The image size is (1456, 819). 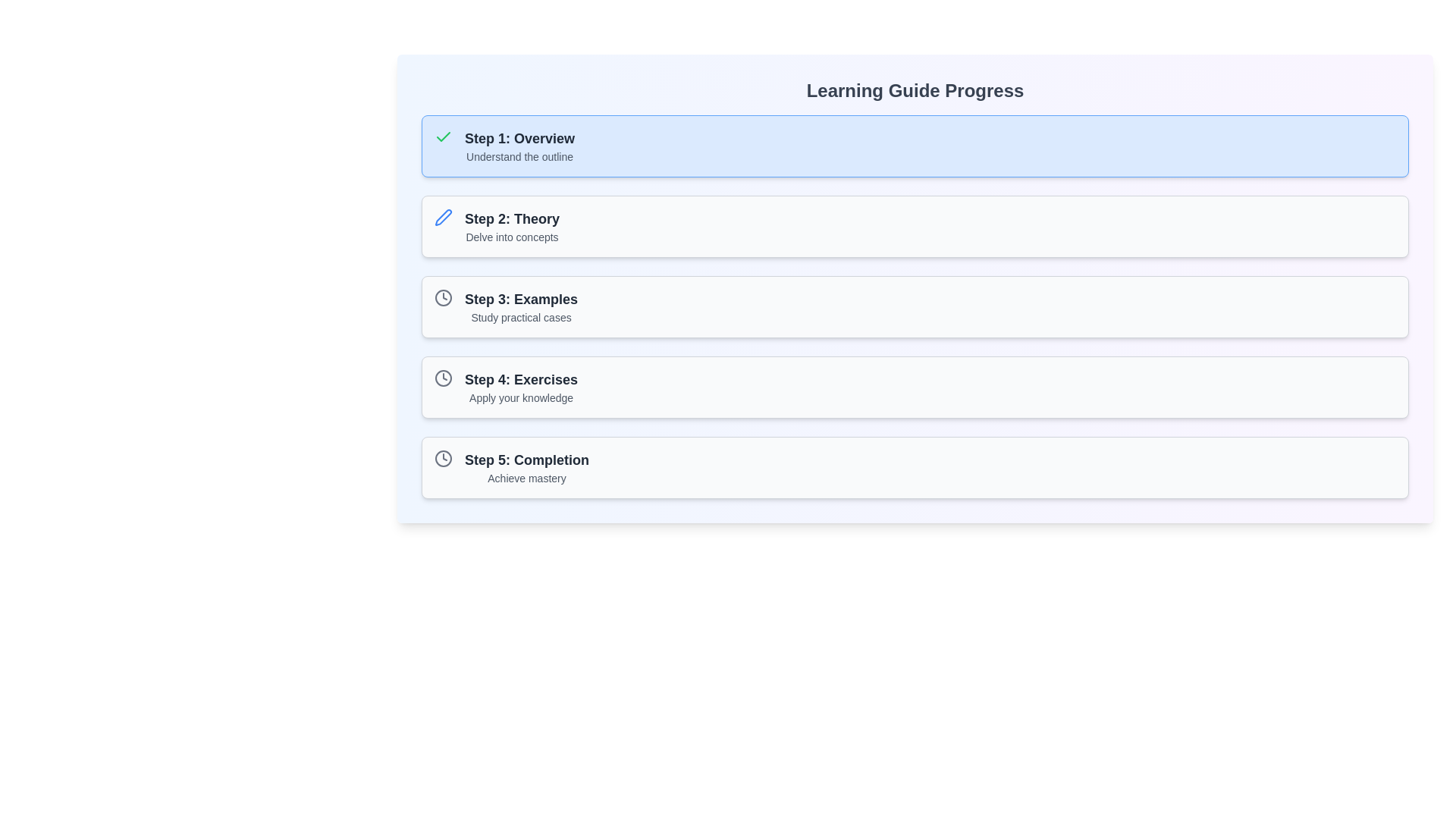 What do you see at coordinates (519, 157) in the screenshot?
I see `the text label that reads 'Understand the outline', which is located beneath the title 'Step 1: Overview' in the learning guide interface` at bounding box center [519, 157].